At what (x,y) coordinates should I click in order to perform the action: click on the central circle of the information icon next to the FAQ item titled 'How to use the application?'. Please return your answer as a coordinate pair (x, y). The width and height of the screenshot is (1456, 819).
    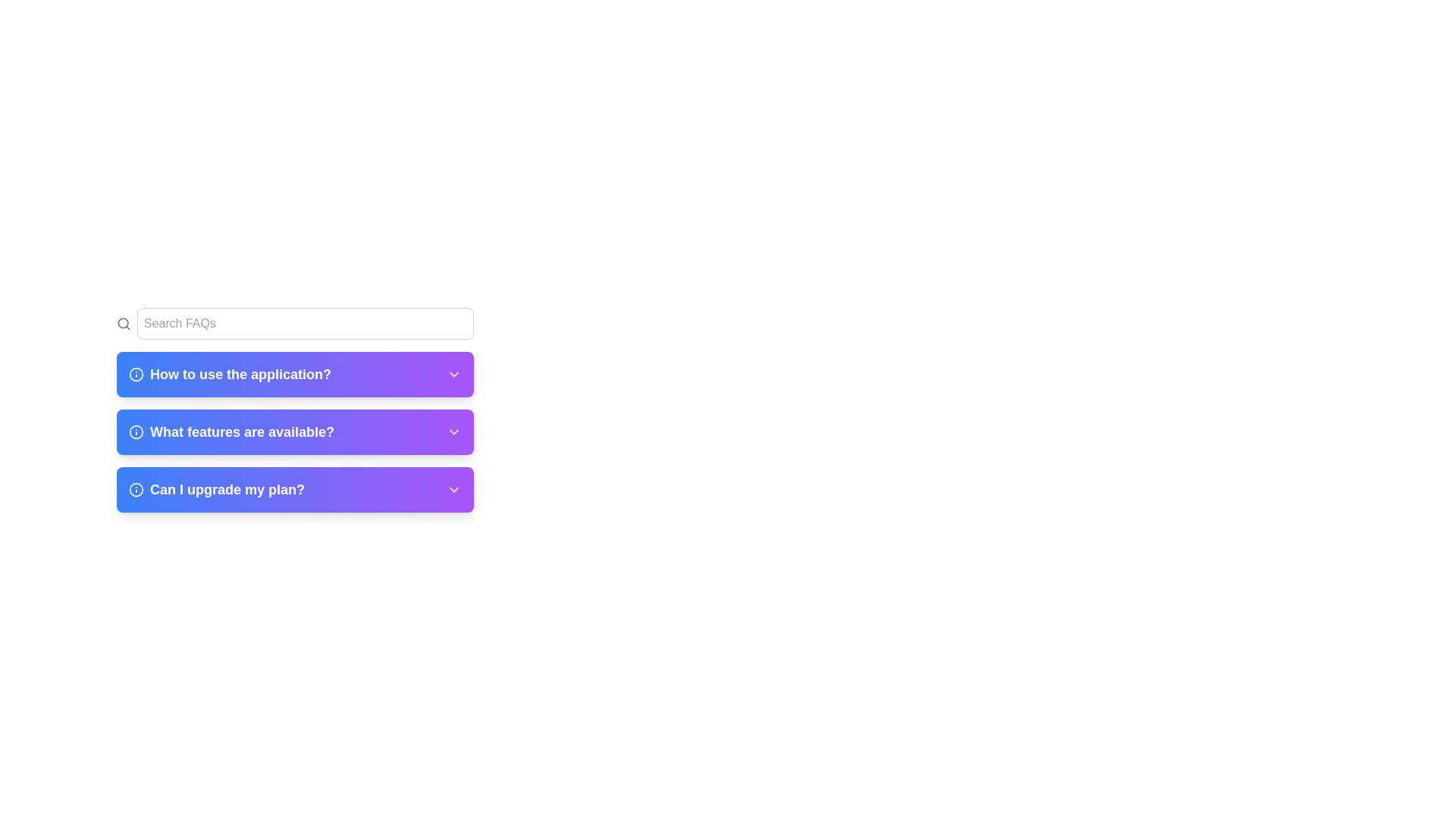
    Looking at the image, I should click on (136, 374).